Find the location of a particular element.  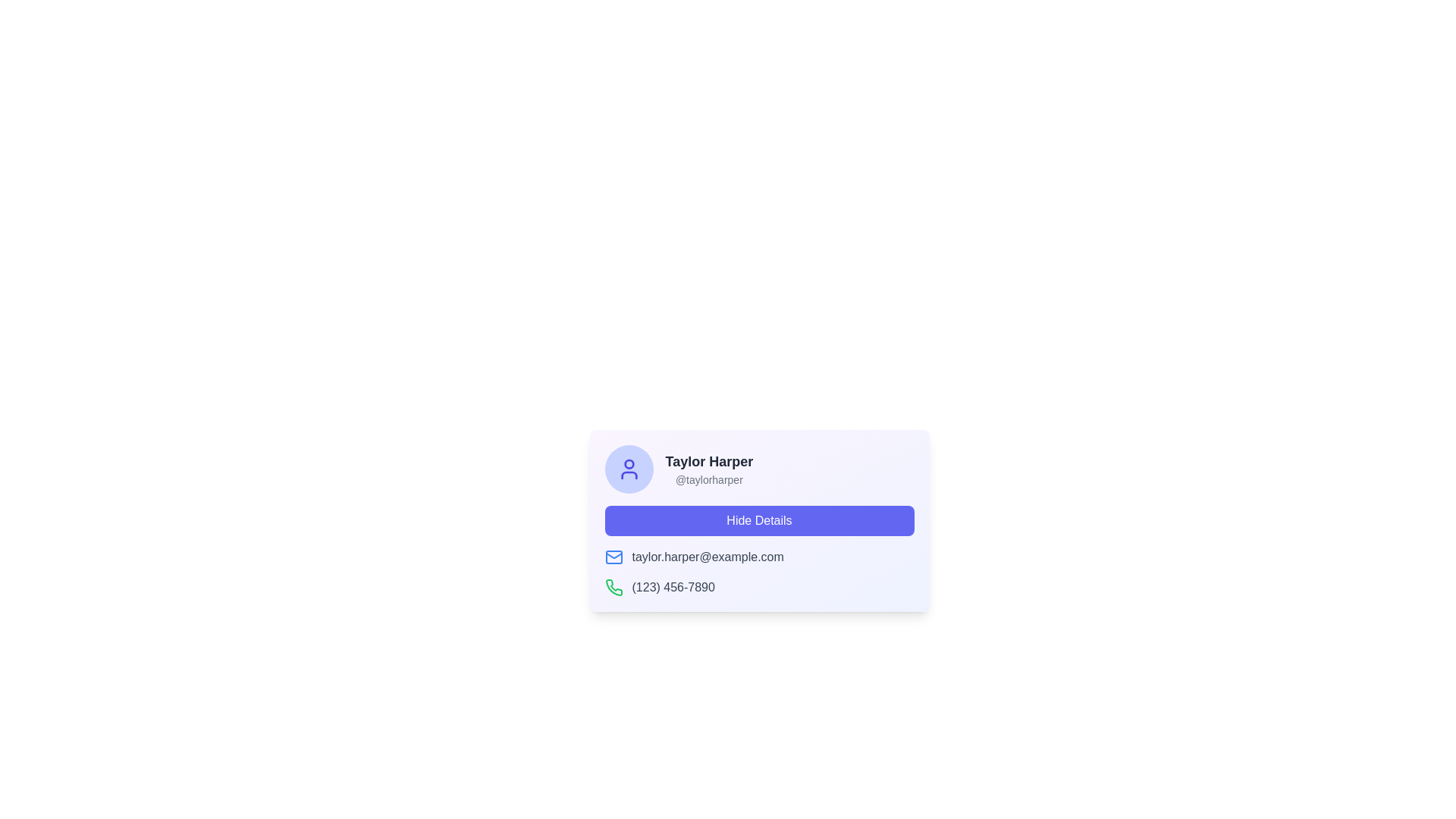

text displayed in the Text Display element that shows 'Taylor Harper', which is prominently positioned in the card section above the '@taylorharper' text is located at coordinates (708, 461).